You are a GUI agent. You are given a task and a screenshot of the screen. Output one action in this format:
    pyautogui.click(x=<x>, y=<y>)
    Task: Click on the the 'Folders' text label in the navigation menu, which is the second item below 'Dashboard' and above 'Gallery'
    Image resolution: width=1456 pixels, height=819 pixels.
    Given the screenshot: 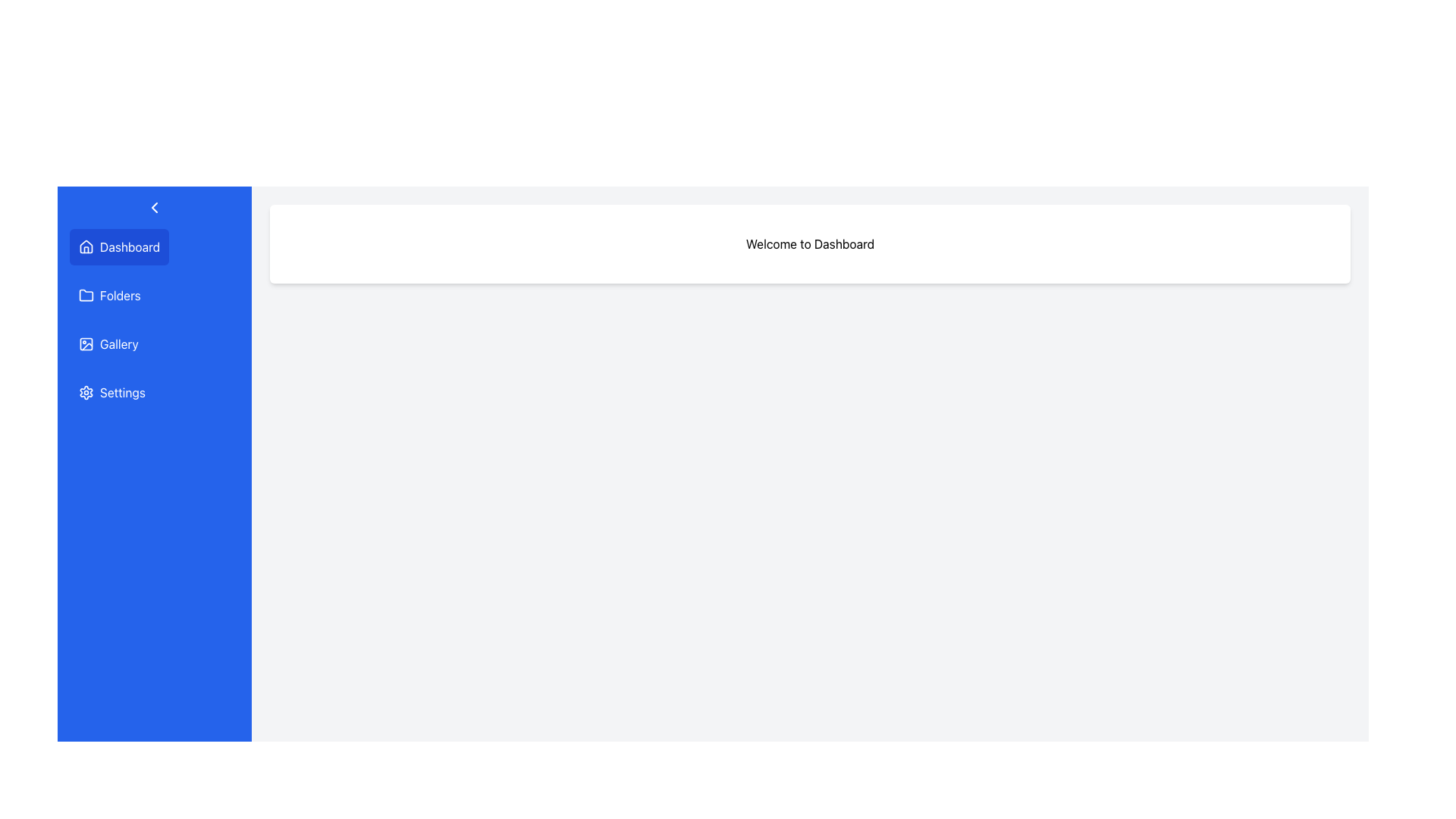 What is the action you would take?
    pyautogui.click(x=119, y=295)
    